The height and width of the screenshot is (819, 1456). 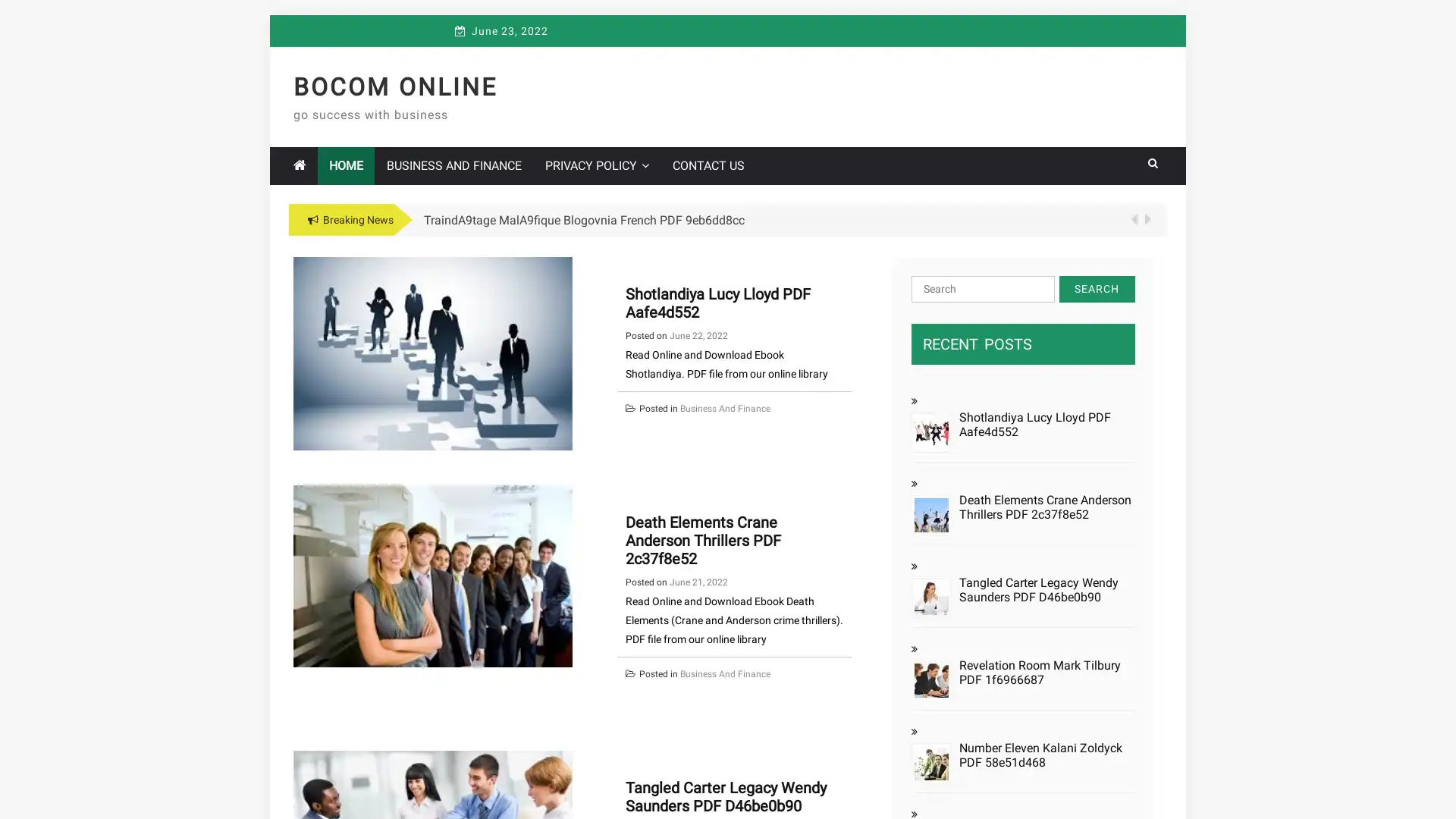 What do you see at coordinates (1096, 288) in the screenshot?
I see `Search` at bounding box center [1096, 288].